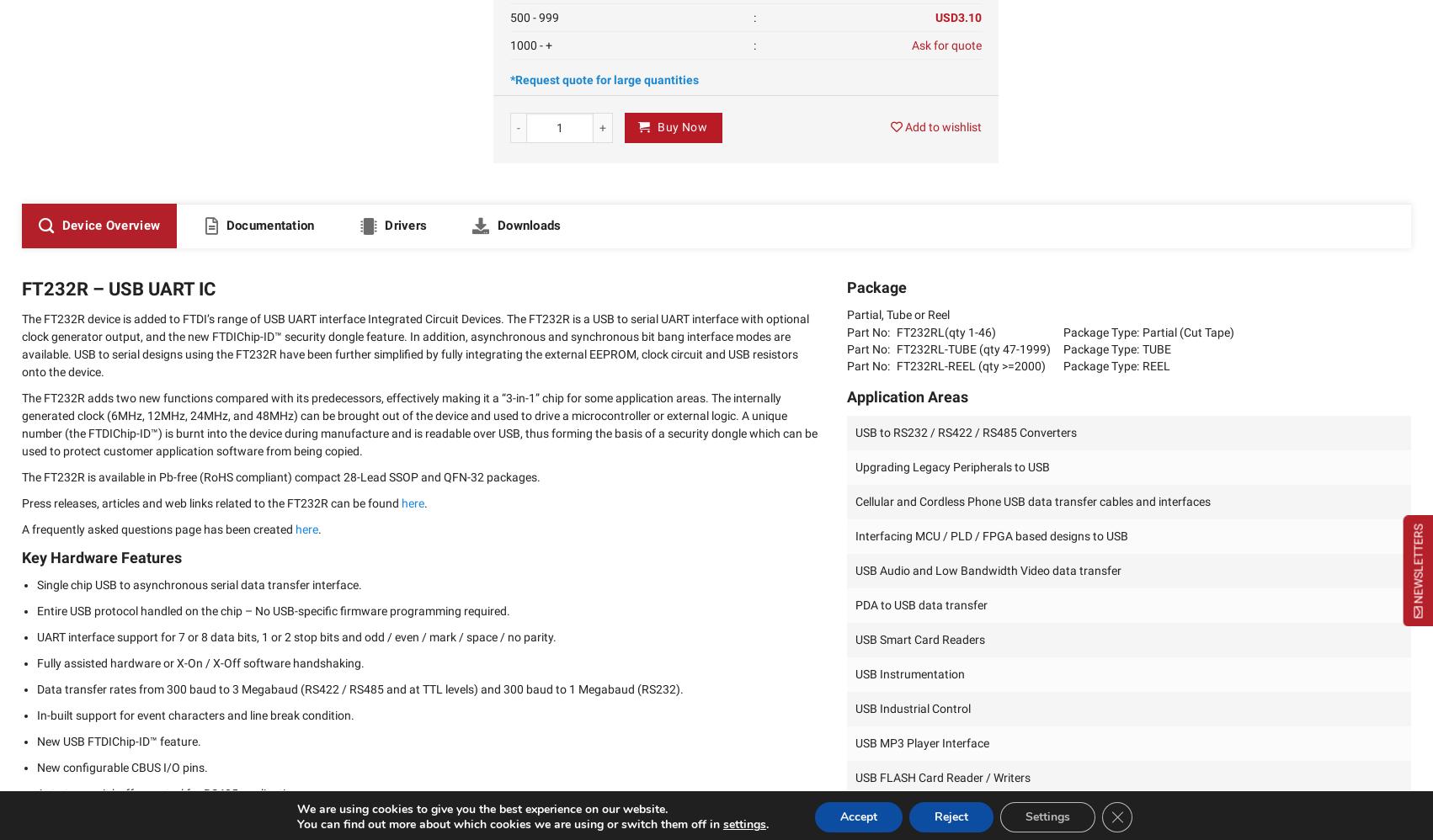 Image resolution: width=1433 pixels, height=840 pixels. Describe the element at coordinates (935, 811) in the screenshot. I see `'Set Top Box PC – USB interface'` at that location.